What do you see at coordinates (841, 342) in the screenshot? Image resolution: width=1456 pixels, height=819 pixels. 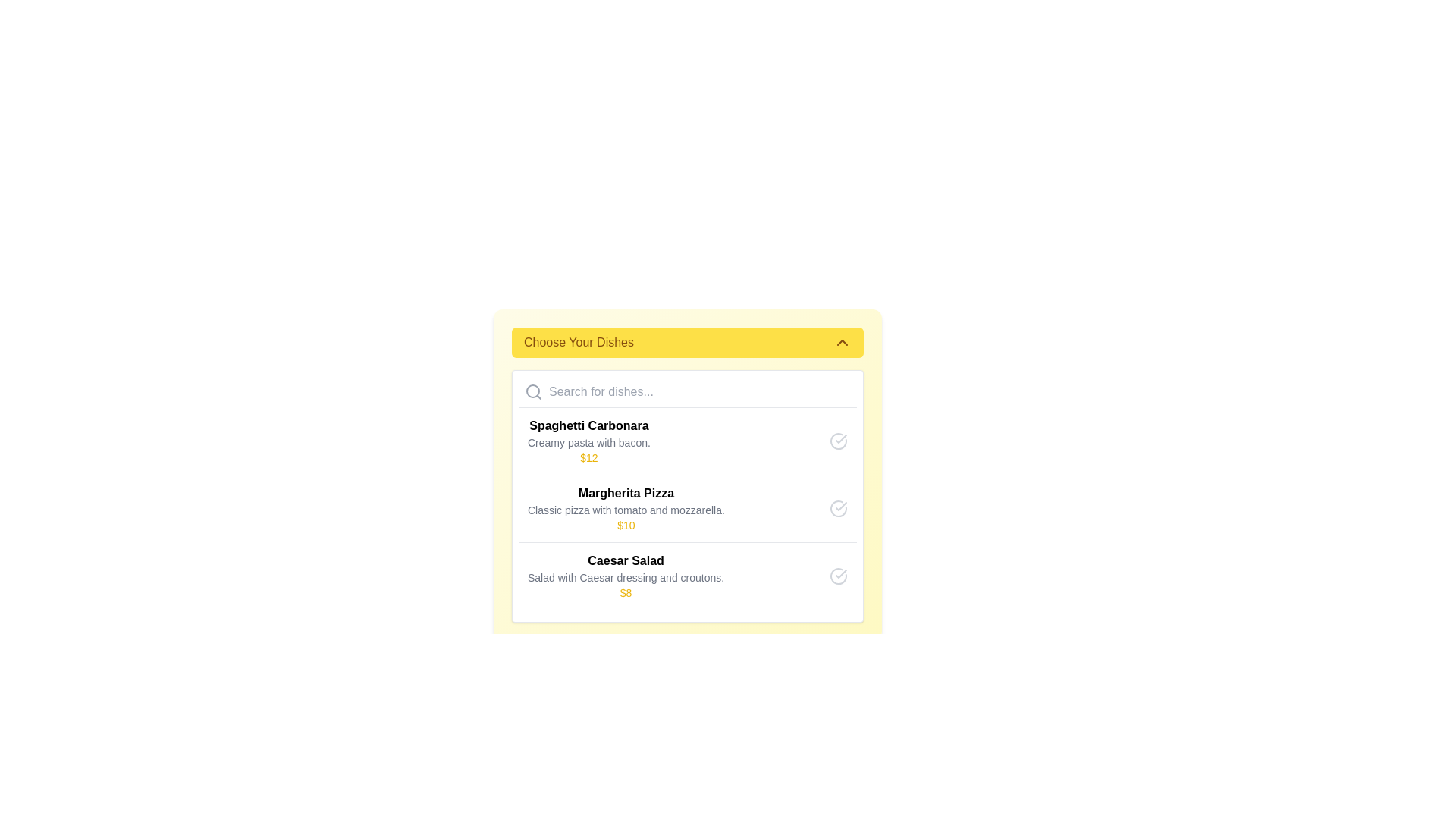 I see `the downwards-chevron icon located at the right side of the yellow header bar labeled 'Choose Your Dishes'` at bounding box center [841, 342].